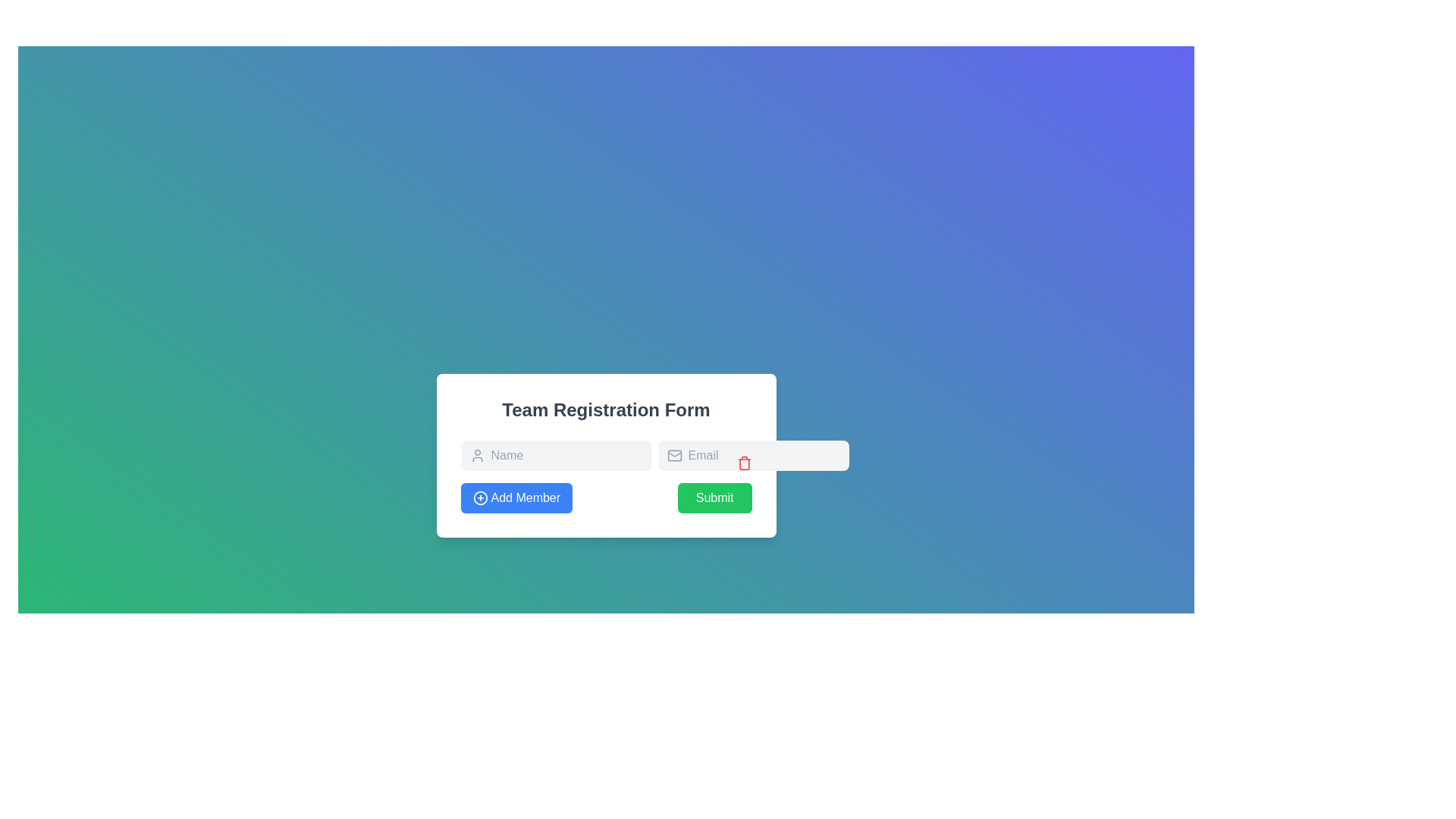 Image resolution: width=1456 pixels, height=819 pixels. I want to click on the icon that visually indicates the associated input field is for entering a name or username, located to the left of the placeholder text 'Name', so click(476, 455).